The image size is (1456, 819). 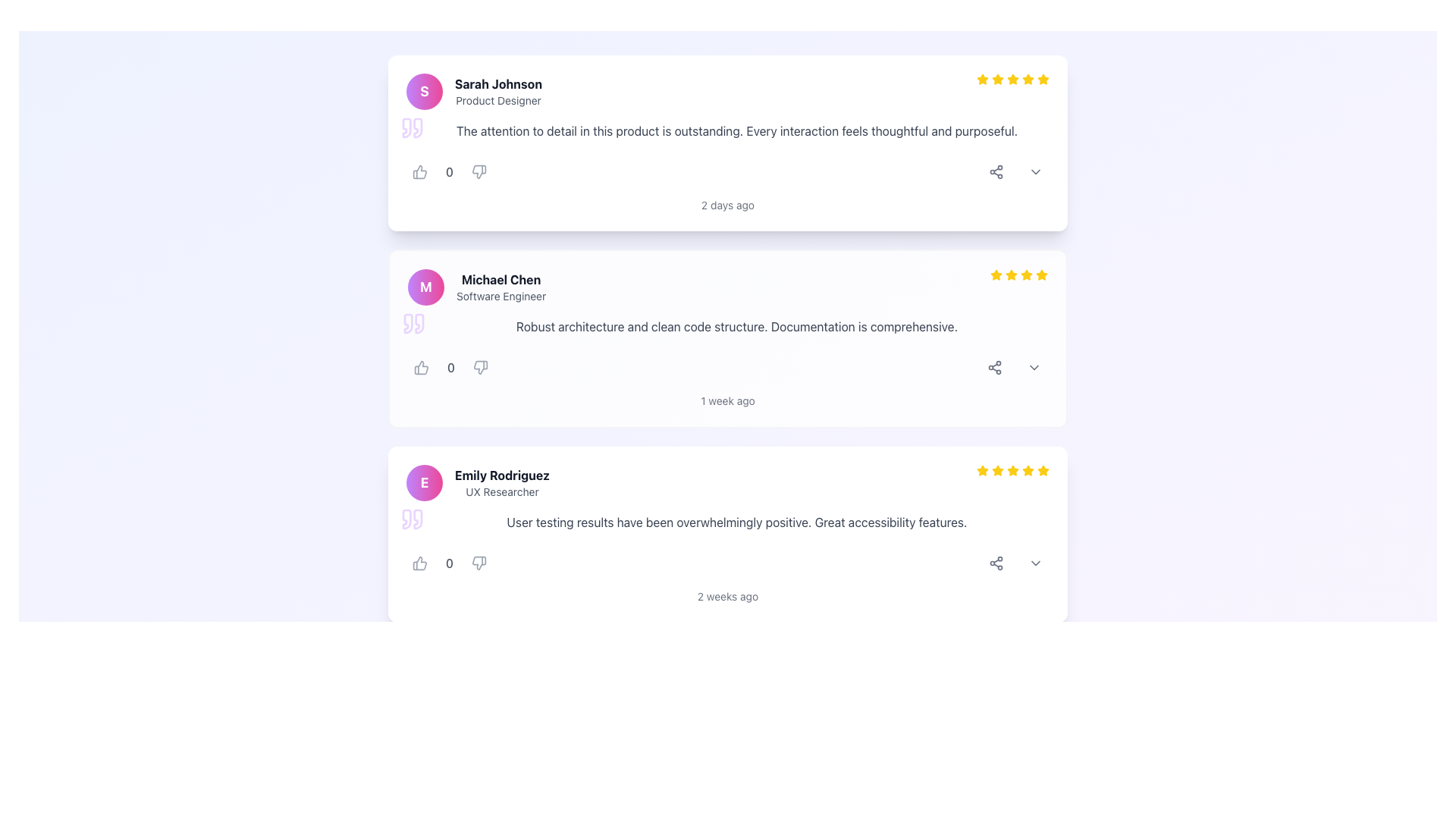 What do you see at coordinates (997, 470) in the screenshot?
I see `the third star in the rating component for the review of 'Emily Rodriguez', which visually represents a full 5-star rating` at bounding box center [997, 470].